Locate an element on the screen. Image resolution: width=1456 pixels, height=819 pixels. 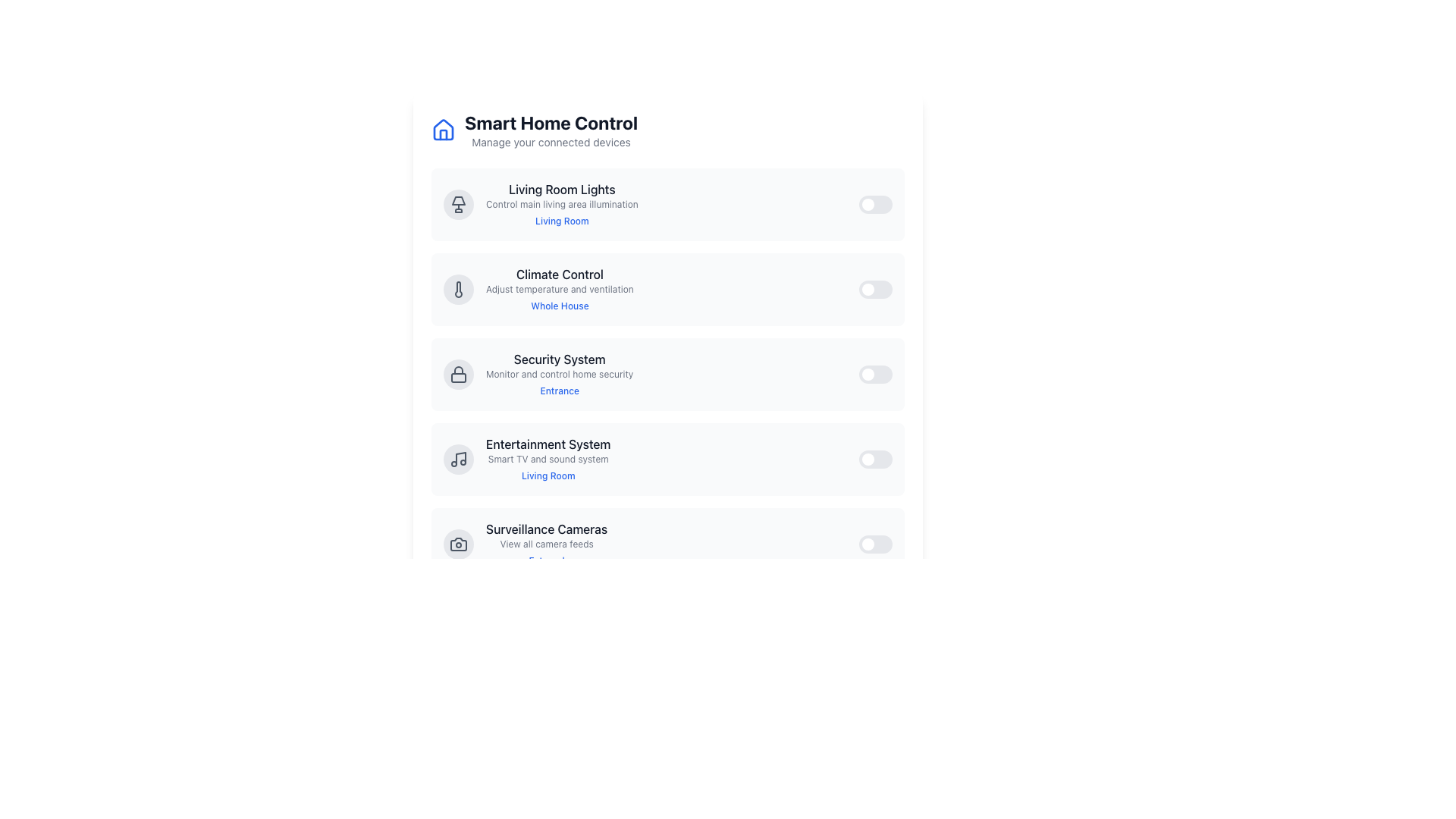
the text label that serves as the title for the associated entry in the list, positioned between 'Security System' and 'Surveillance Cameras' is located at coordinates (548, 444).